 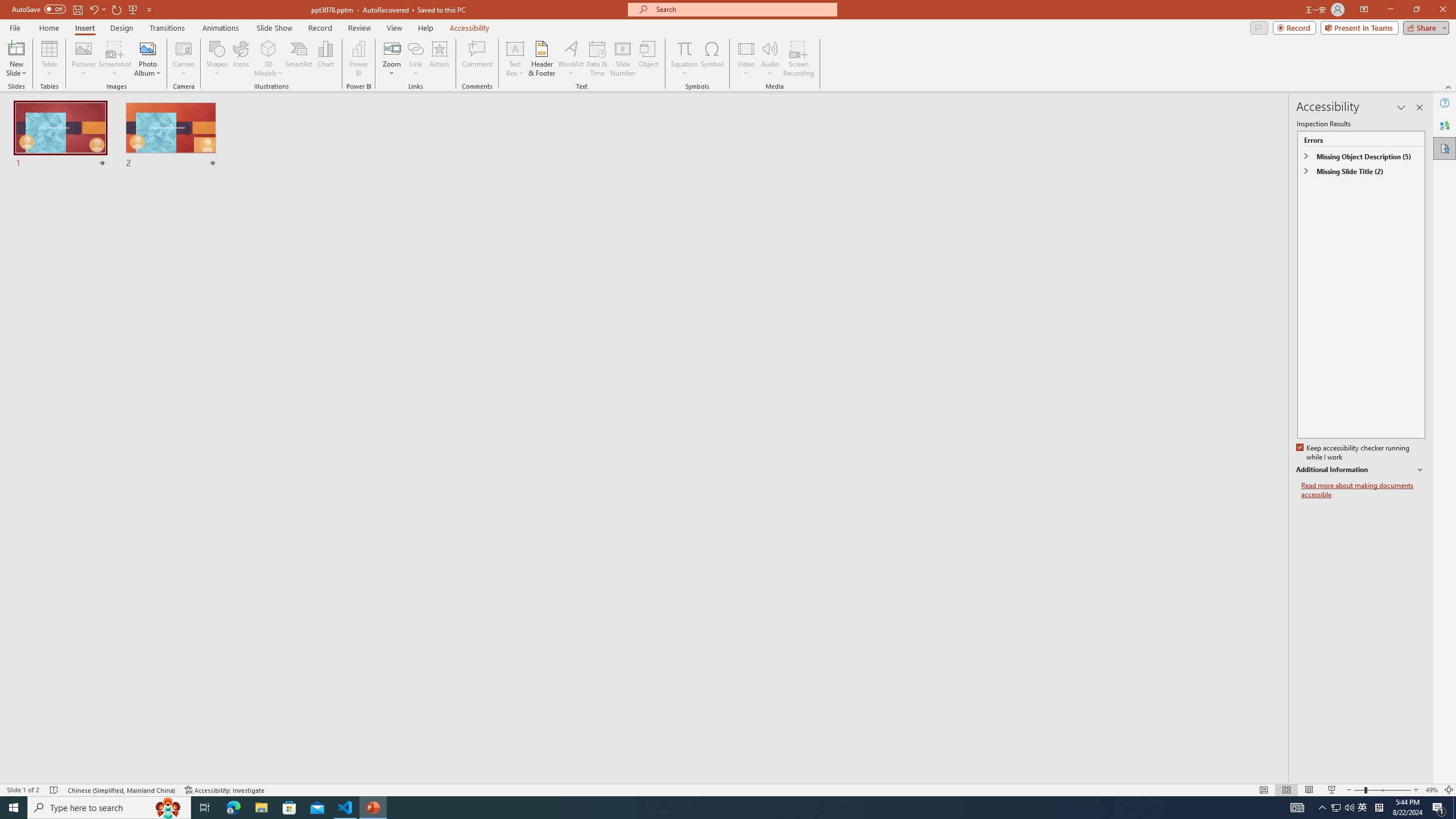 What do you see at coordinates (1363, 490) in the screenshot?
I see `'Read more about making documents accessible'` at bounding box center [1363, 490].